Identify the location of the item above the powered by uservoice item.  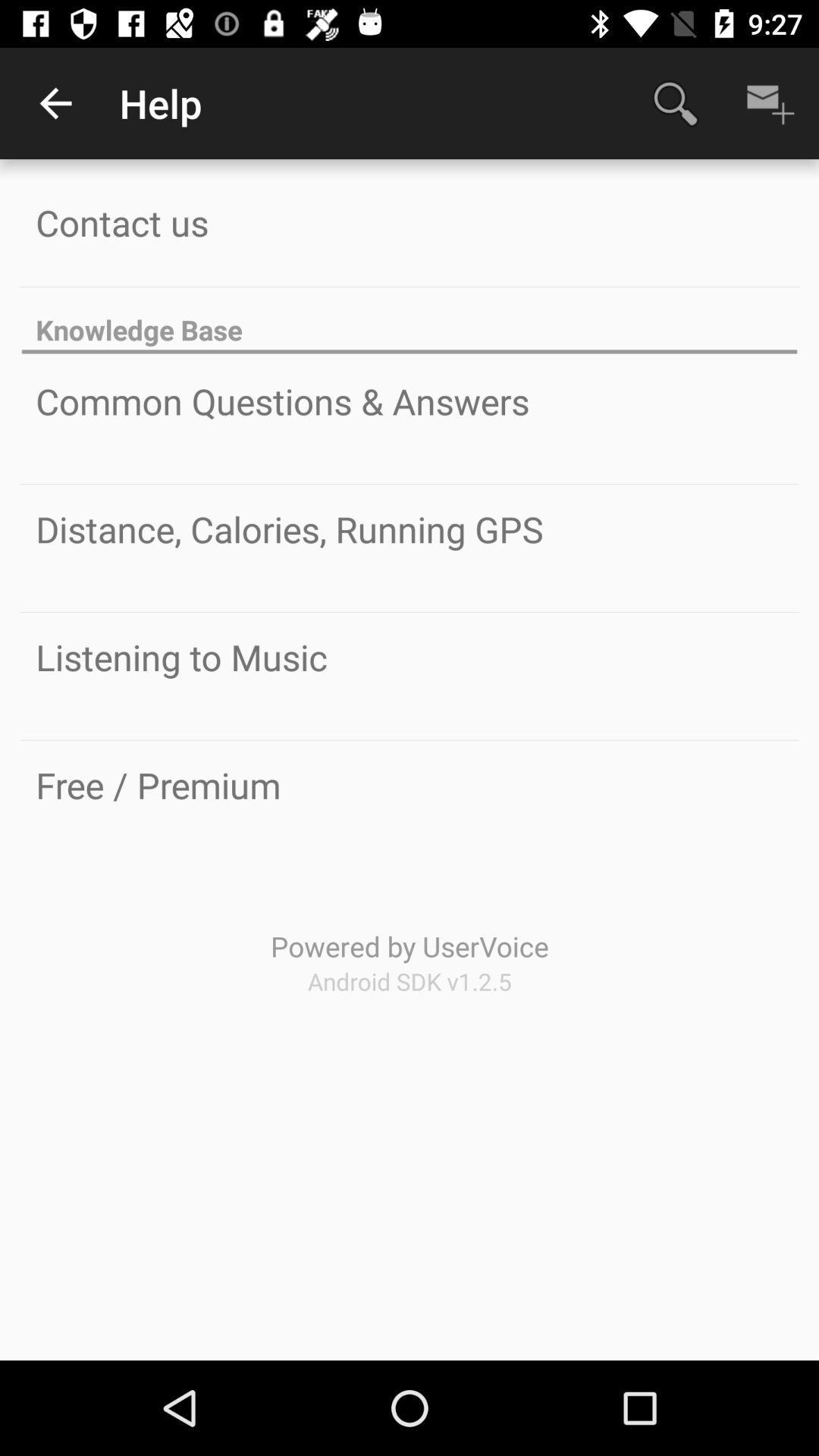
(158, 785).